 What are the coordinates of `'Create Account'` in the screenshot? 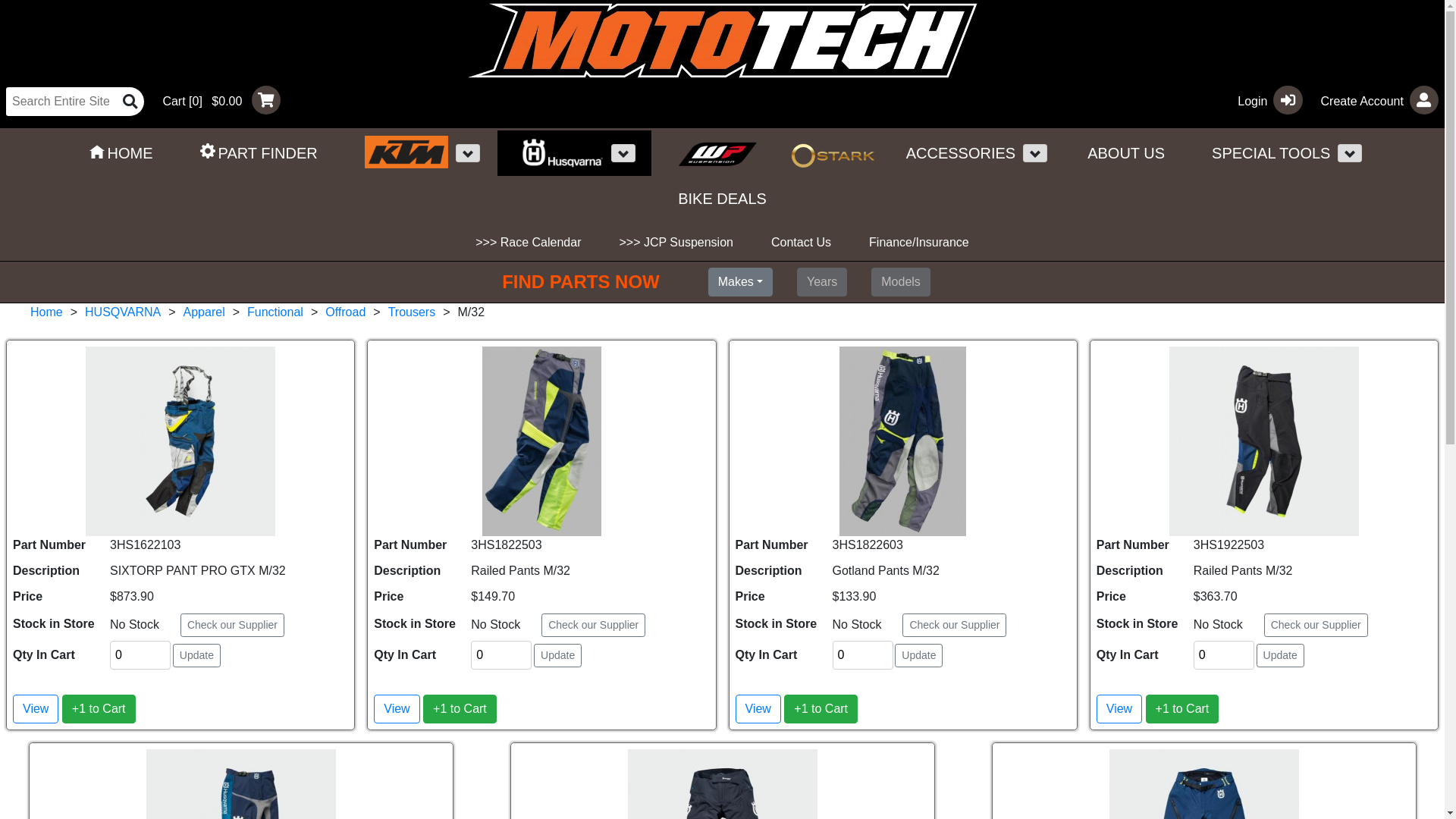 It's located at (1373, 99).